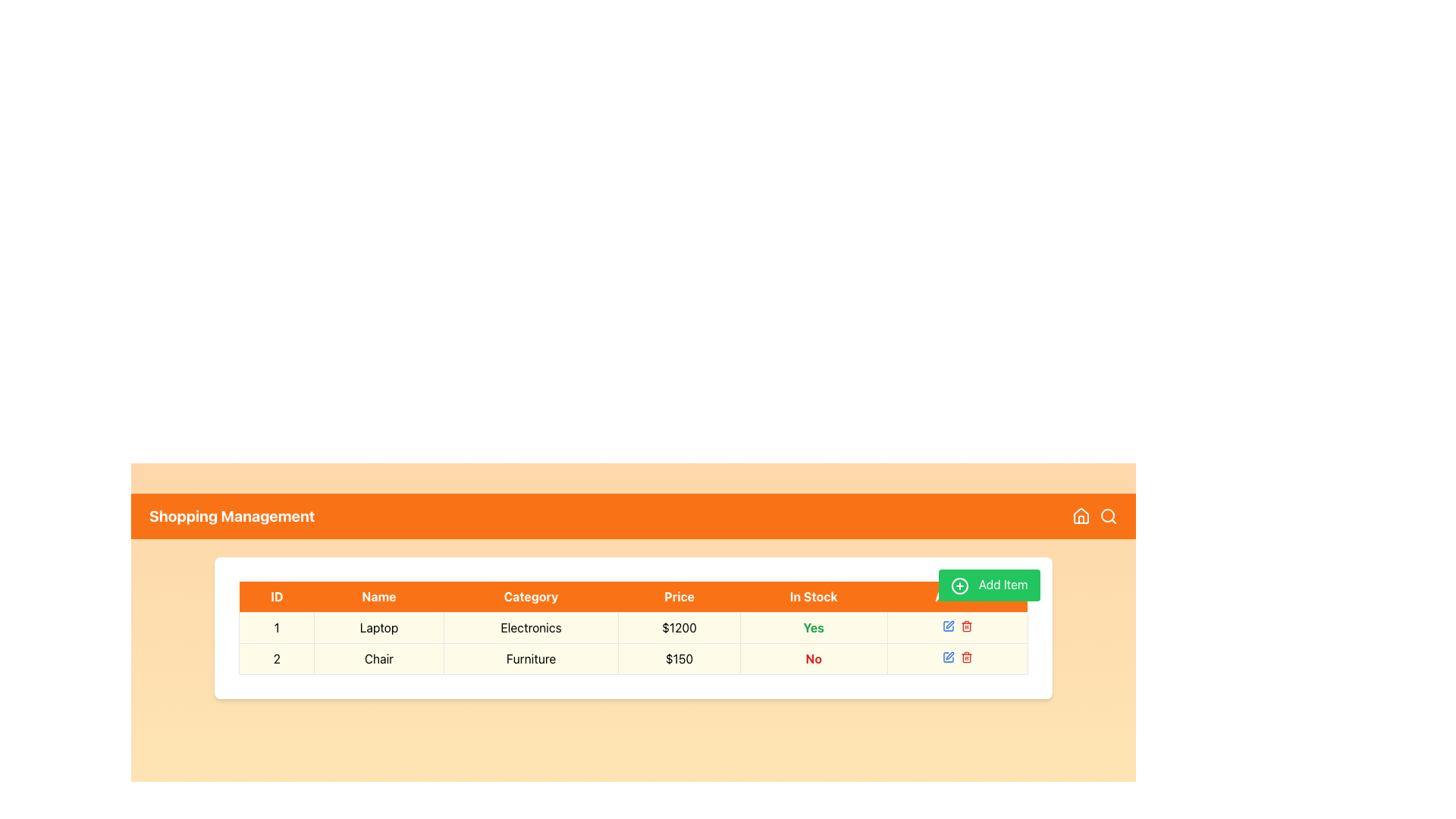  What do you see at coordinates (531, 657) in the screenshot?
I see `text from the table cell located in the third column of the second row under the 'Category' column, adjacent to the 'Chair' entry` at bounding box center [531, 657].